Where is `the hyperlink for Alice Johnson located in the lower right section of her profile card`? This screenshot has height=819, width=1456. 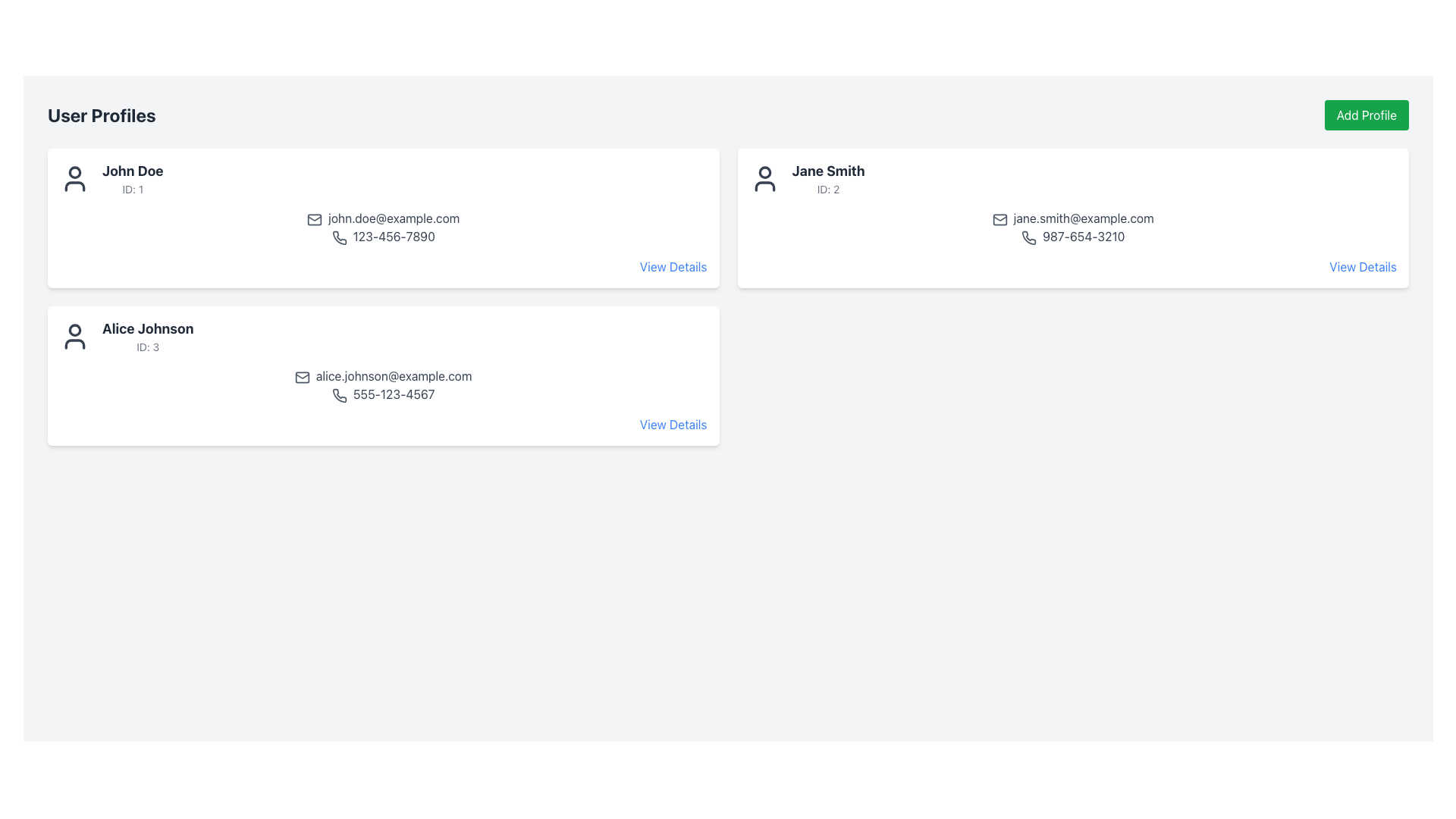 the hyperlink for Alice Johnson located in the lower right section of her profile card is located at coordinates (673, 265).